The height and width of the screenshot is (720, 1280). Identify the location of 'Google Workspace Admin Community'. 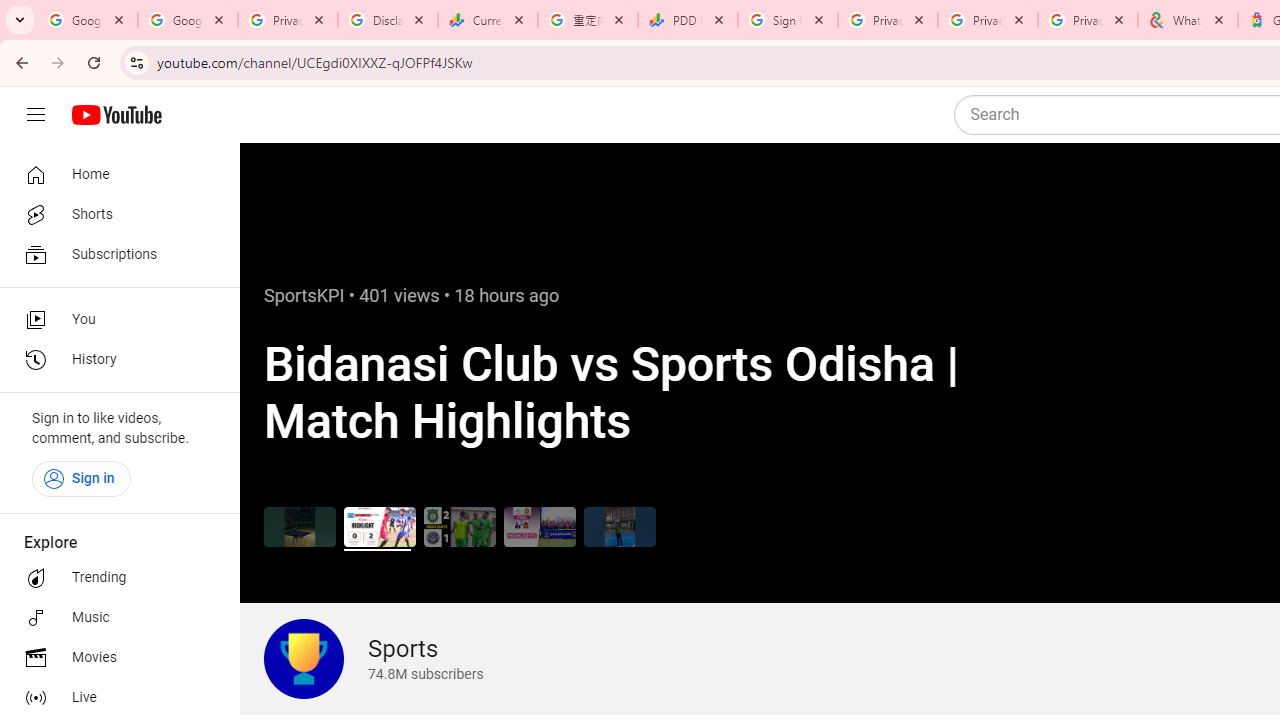
(86, 20).